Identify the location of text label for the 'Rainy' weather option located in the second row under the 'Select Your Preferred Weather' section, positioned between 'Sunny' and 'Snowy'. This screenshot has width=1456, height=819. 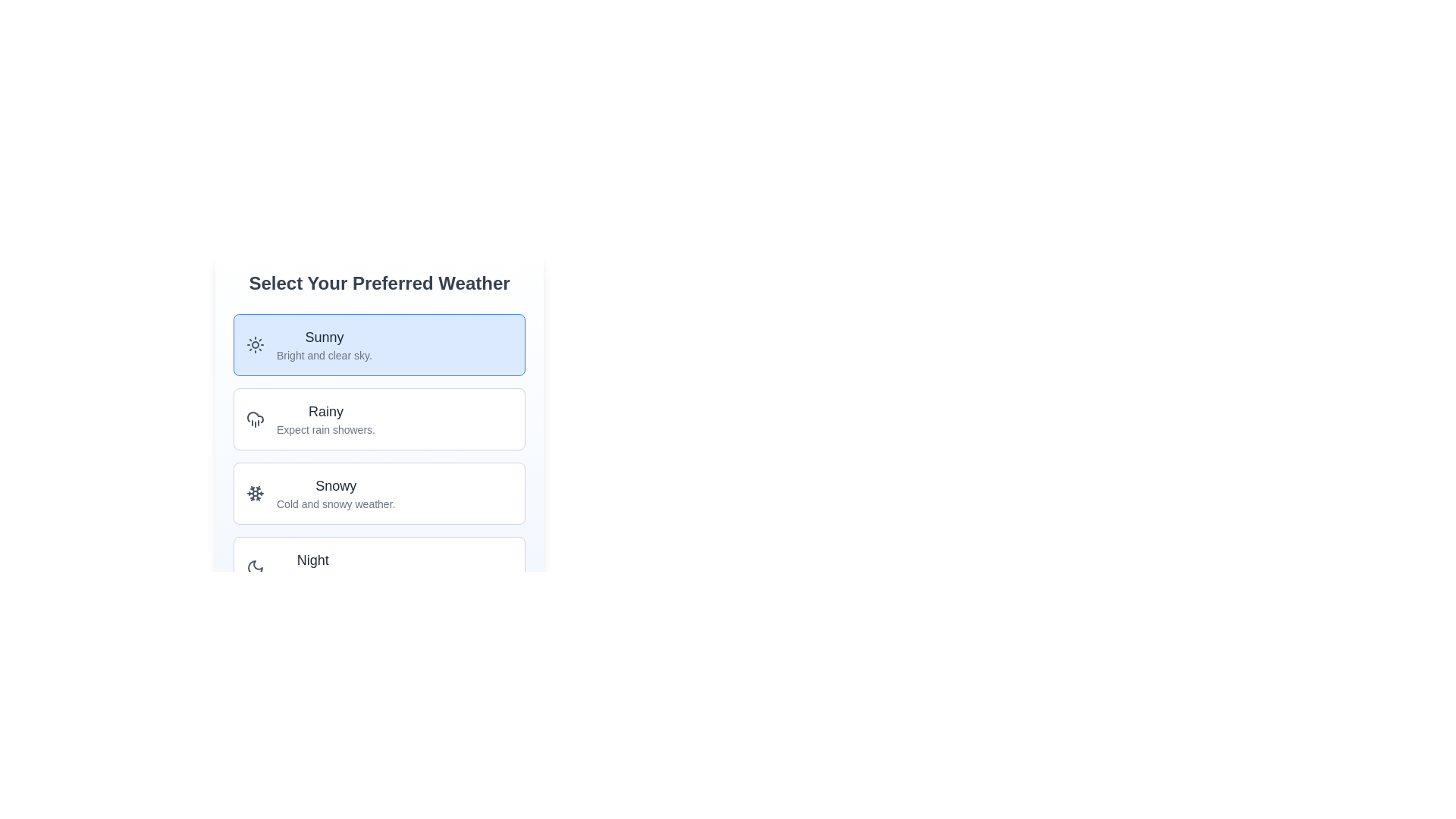
(325, 419).